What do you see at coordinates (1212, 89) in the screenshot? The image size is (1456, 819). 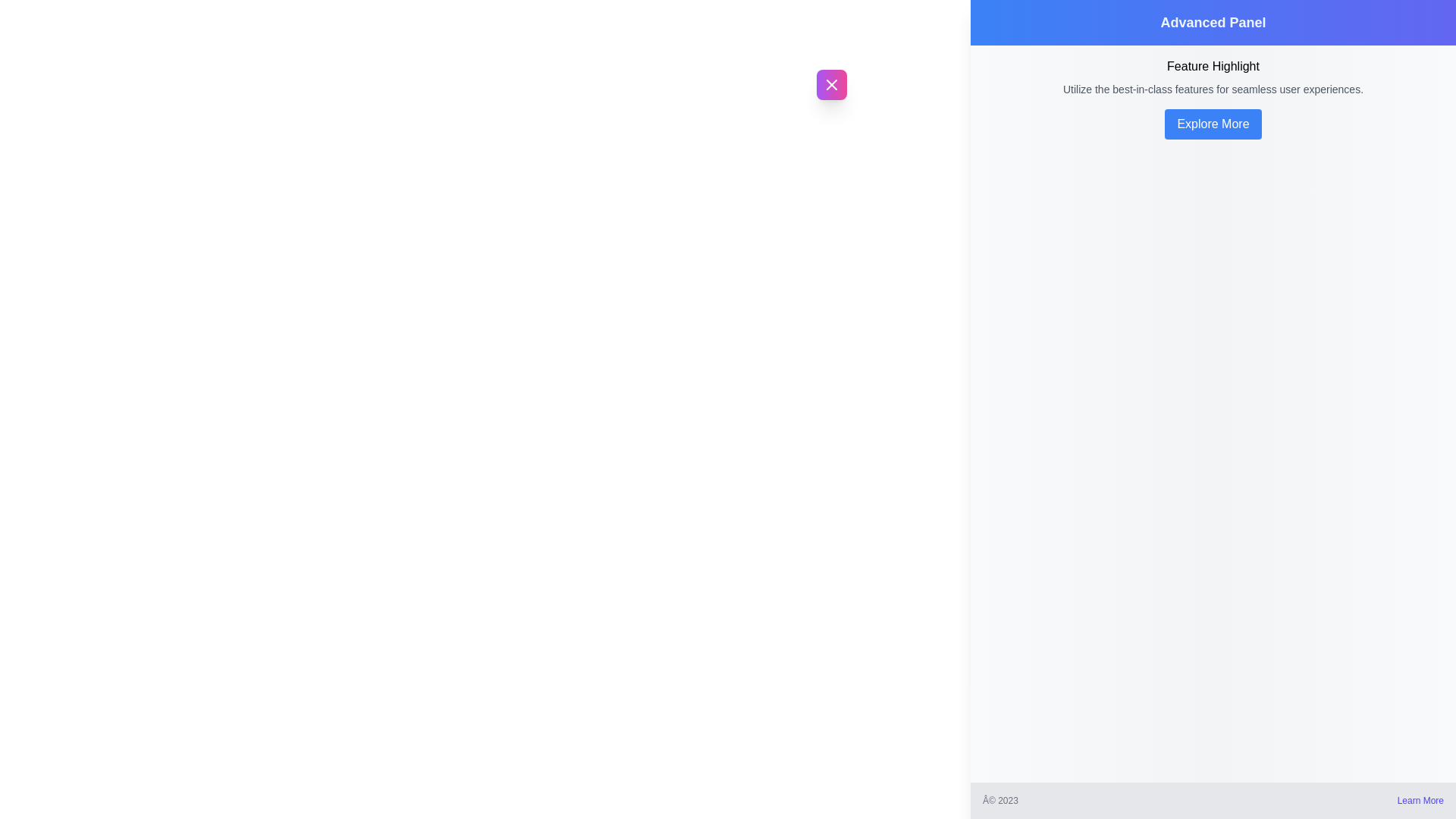 I see `the text element that states 'Utilize the best-in-class features for seamless user experiences,' which is located directly below the heading 'Feature Highlight.'` at bounding box center [1212, 89].